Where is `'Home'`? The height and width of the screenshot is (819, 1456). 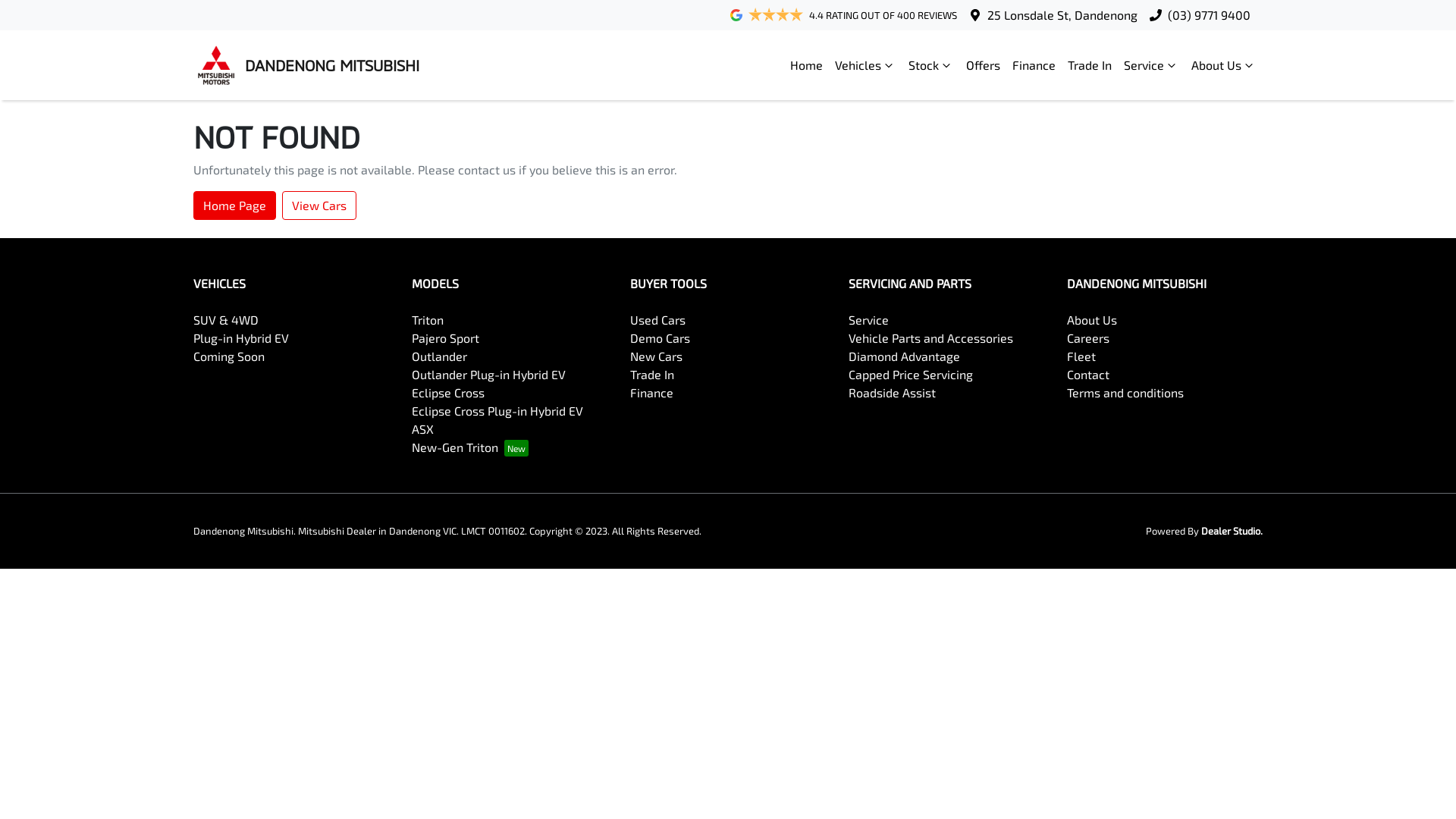 'Home' is located at coordinates (805, 64).